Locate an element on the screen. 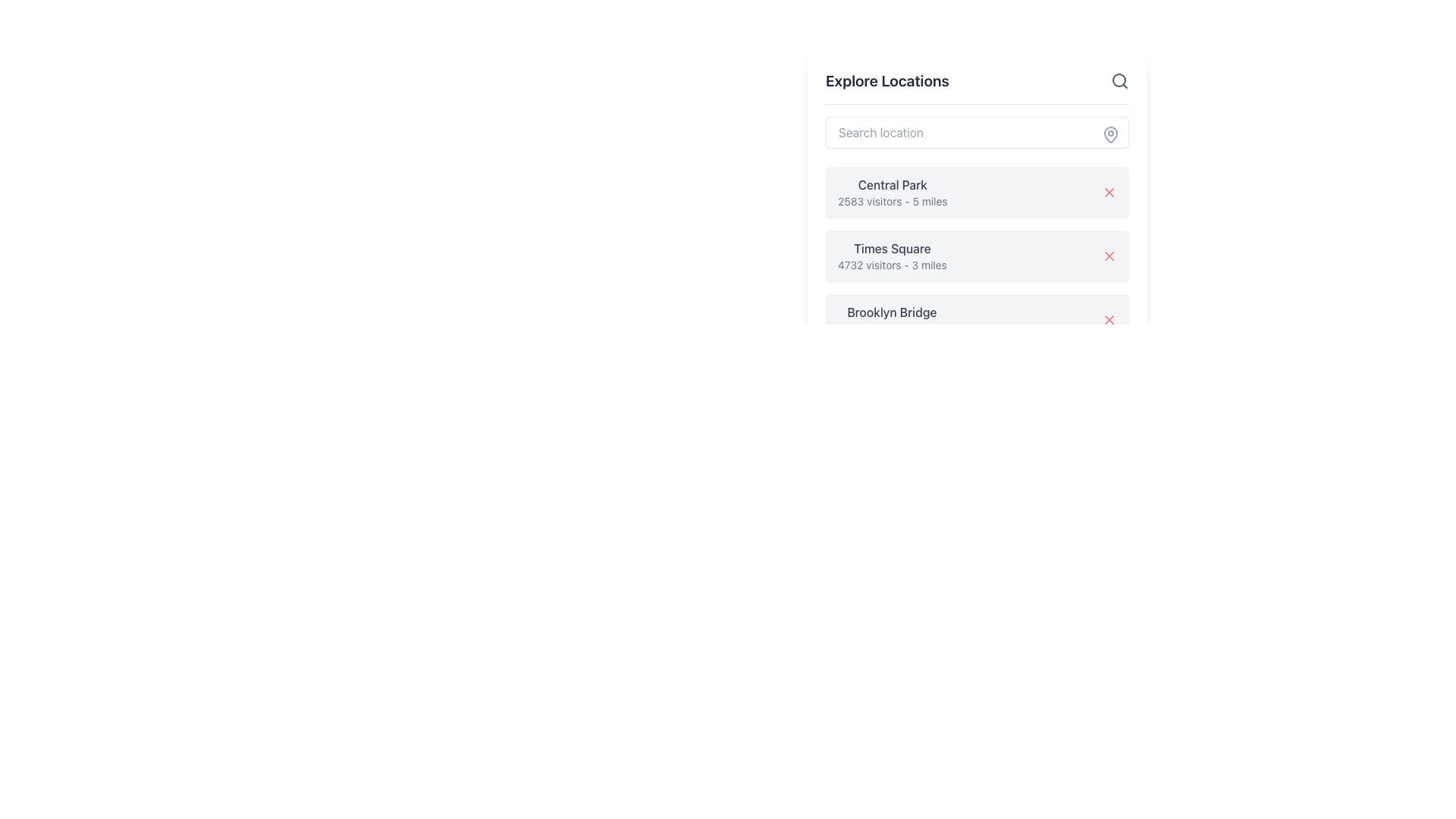 The height and width of the screenshot is (819, 1456). the list item displaying 'Brooklyn Bridge' with a red 'X' icon, located in the right section of the interface is located at coordinates (977, 318).